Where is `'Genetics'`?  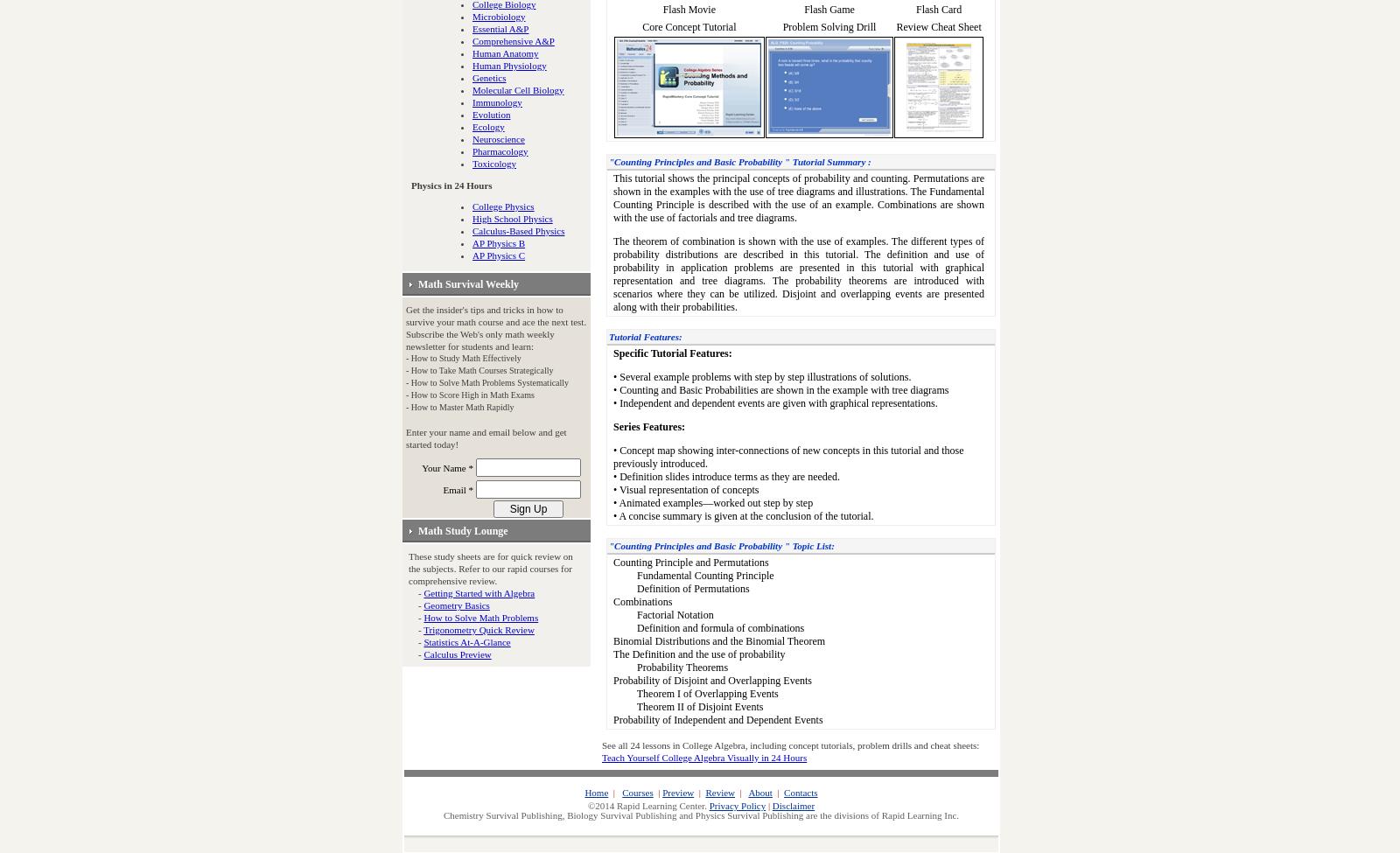 'Genetics' is located at coordinates (488, 78).